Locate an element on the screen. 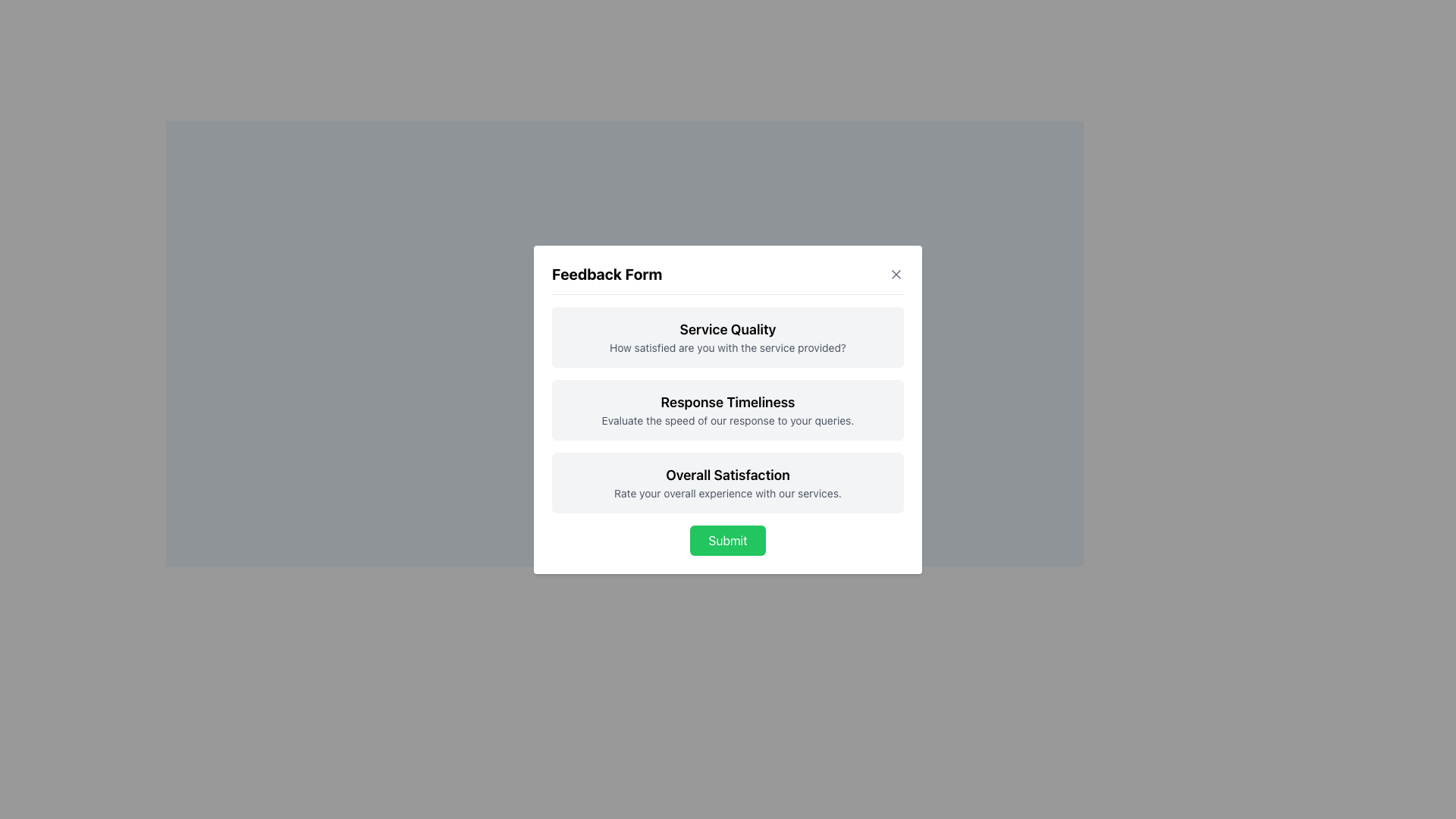 The image size is (1456, 819). the informational section in the Feedback Form interface that collects user feedback regarding the speed of response to queries, positioned in the middle of three similar feedback sections is located at coordinates (728, 409).